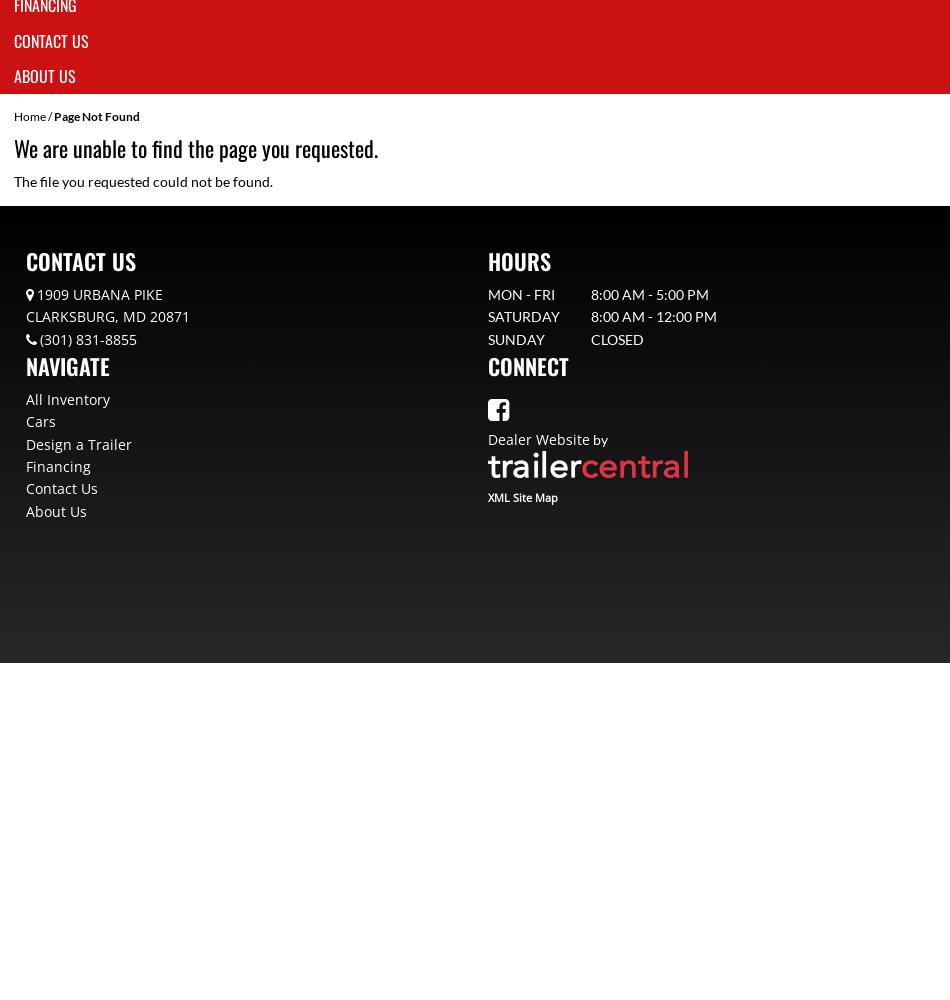 The width and height of the screenshot is (950, 1000). I want to click on '1909 URBANA PIKE', so click(100, 293).